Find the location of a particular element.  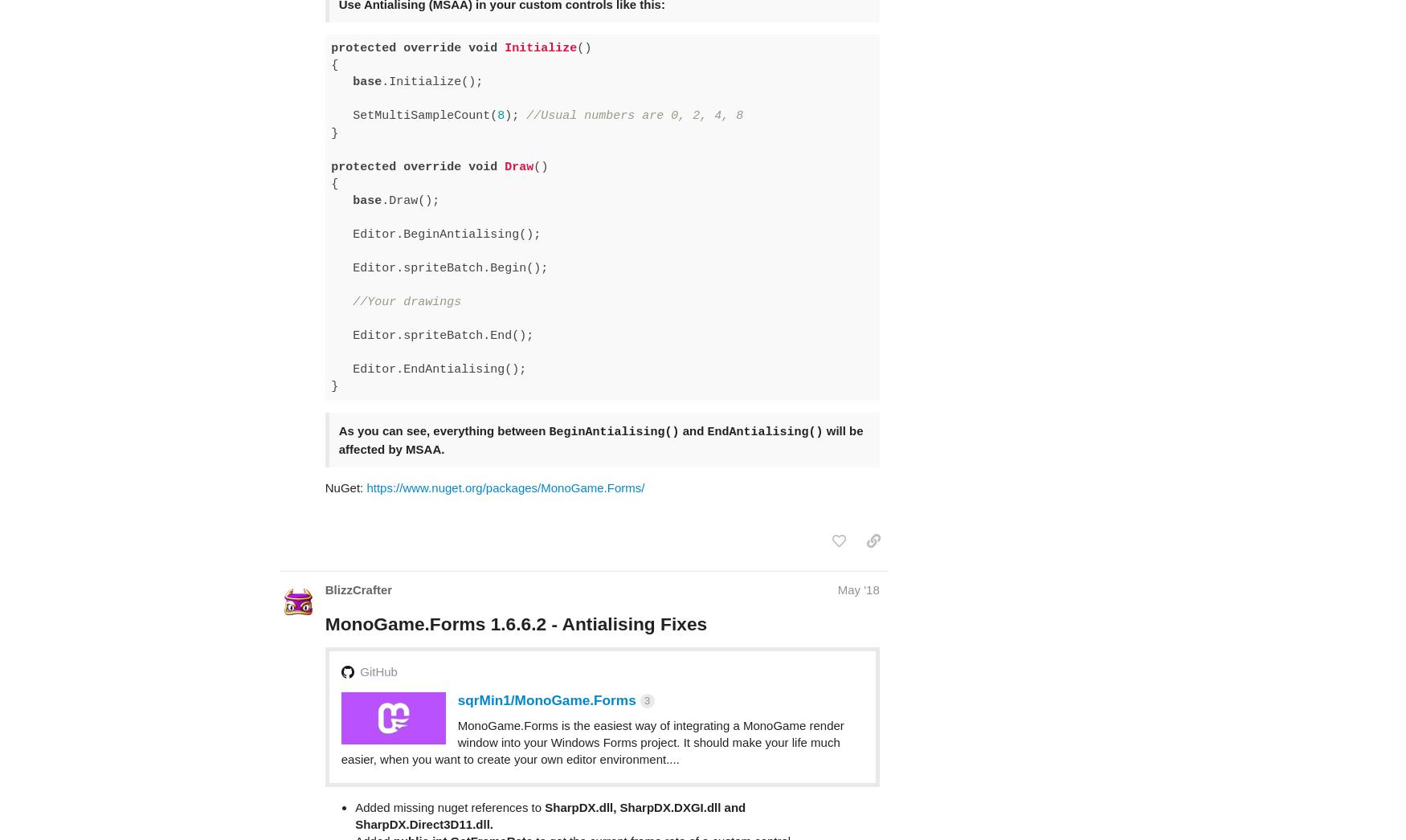

'Changed' is located at coordinates (381, 794).